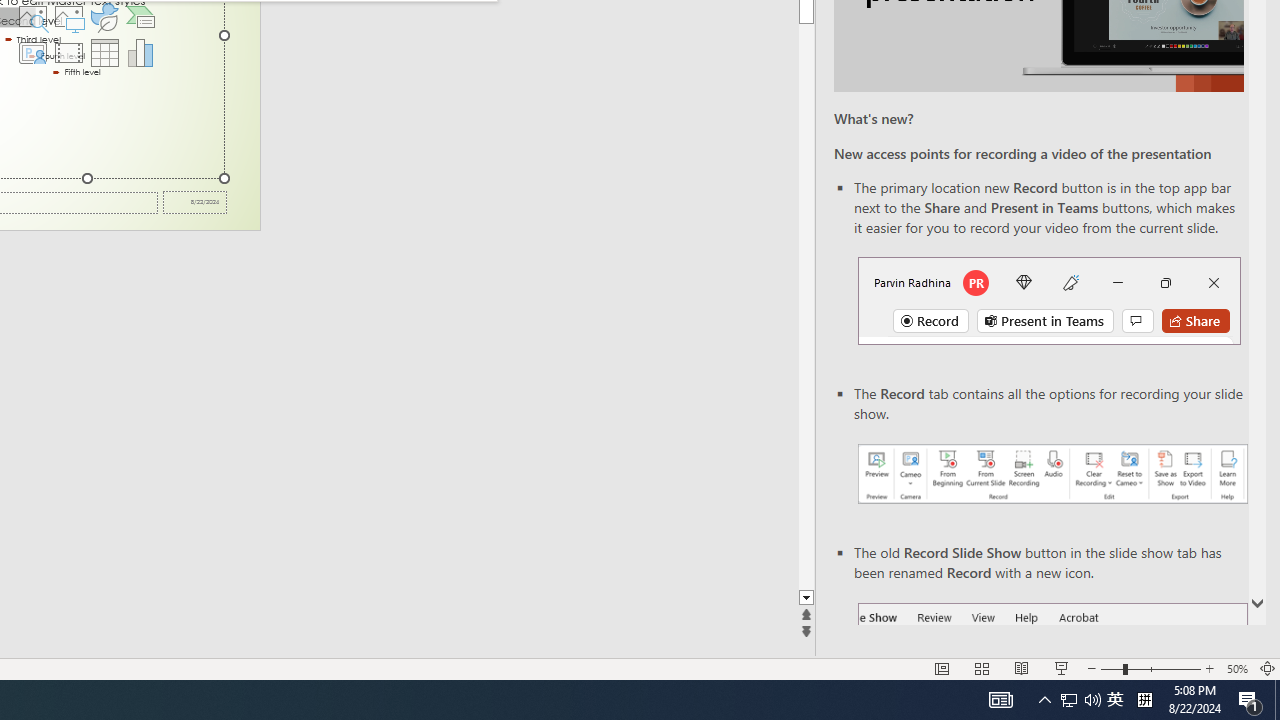  Describe the element at coordinates (1236, 669) in the screenshot. I see `'Zoom 50%'` at that location.